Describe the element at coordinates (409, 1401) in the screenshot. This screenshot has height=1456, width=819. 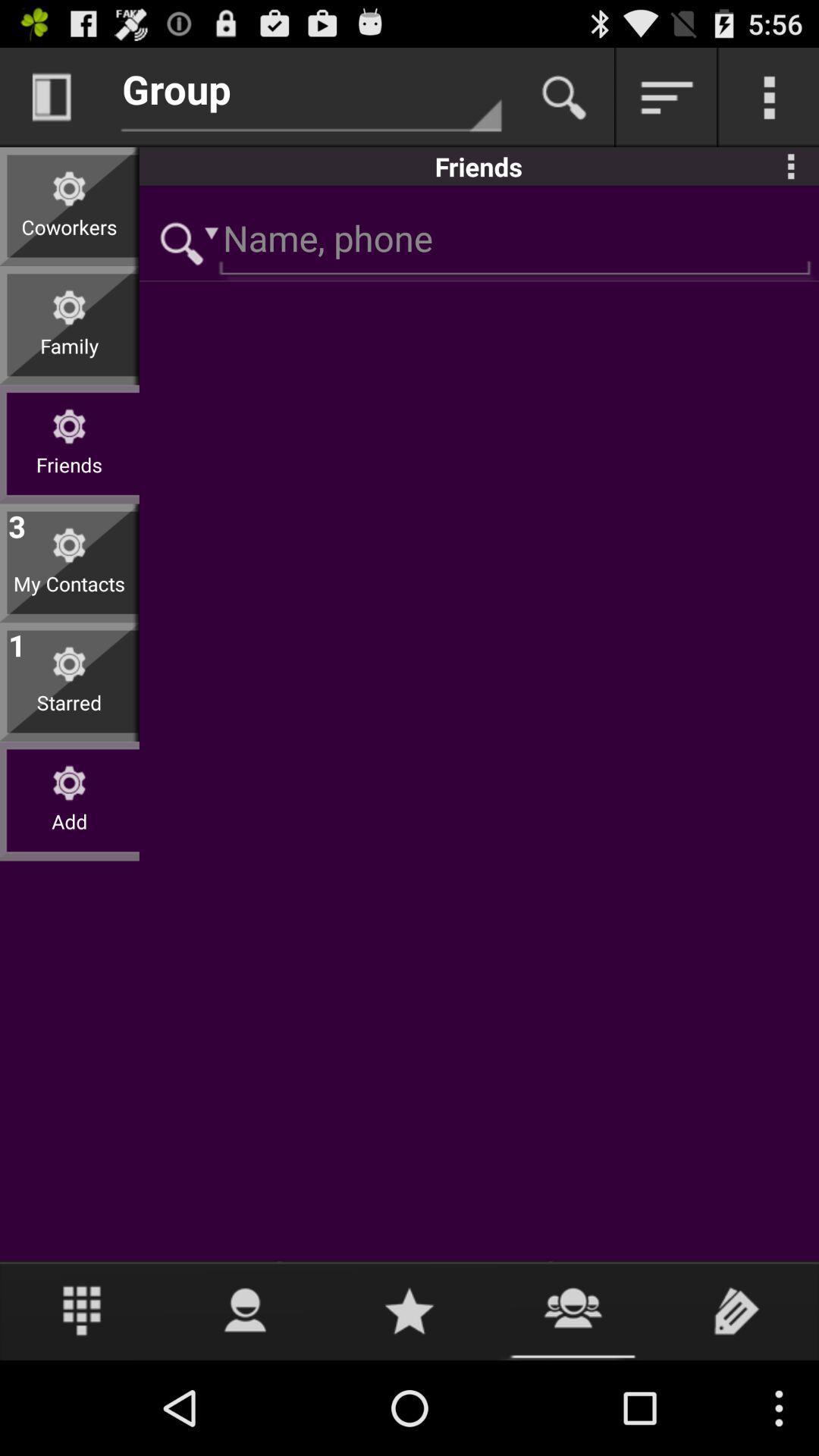
I see `the star icon` at that location.